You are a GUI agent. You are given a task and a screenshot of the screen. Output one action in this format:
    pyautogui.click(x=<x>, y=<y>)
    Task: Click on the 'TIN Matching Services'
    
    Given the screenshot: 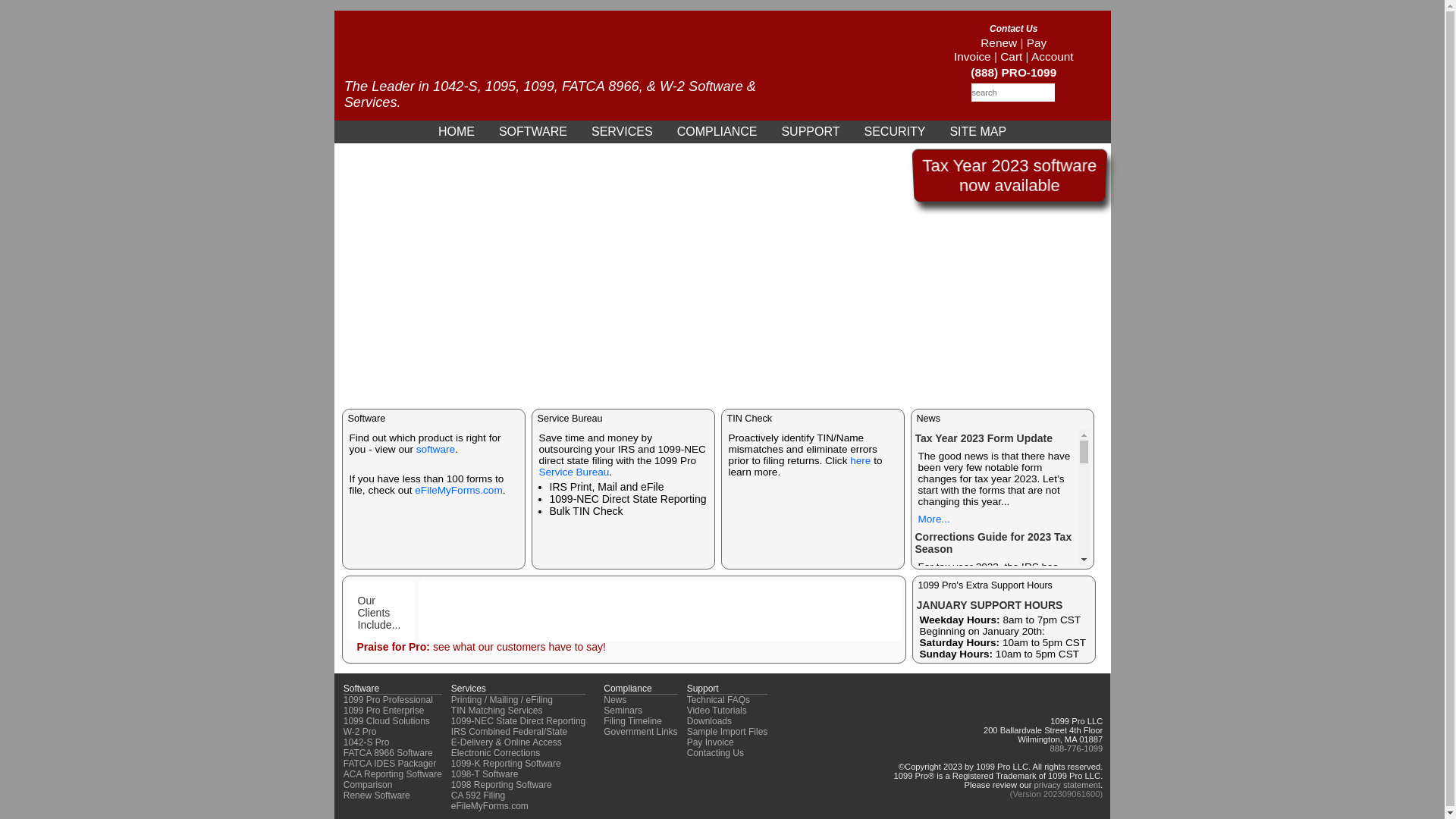 What is the action you would take?
    pyautogui.click(x=497, y=711)
    